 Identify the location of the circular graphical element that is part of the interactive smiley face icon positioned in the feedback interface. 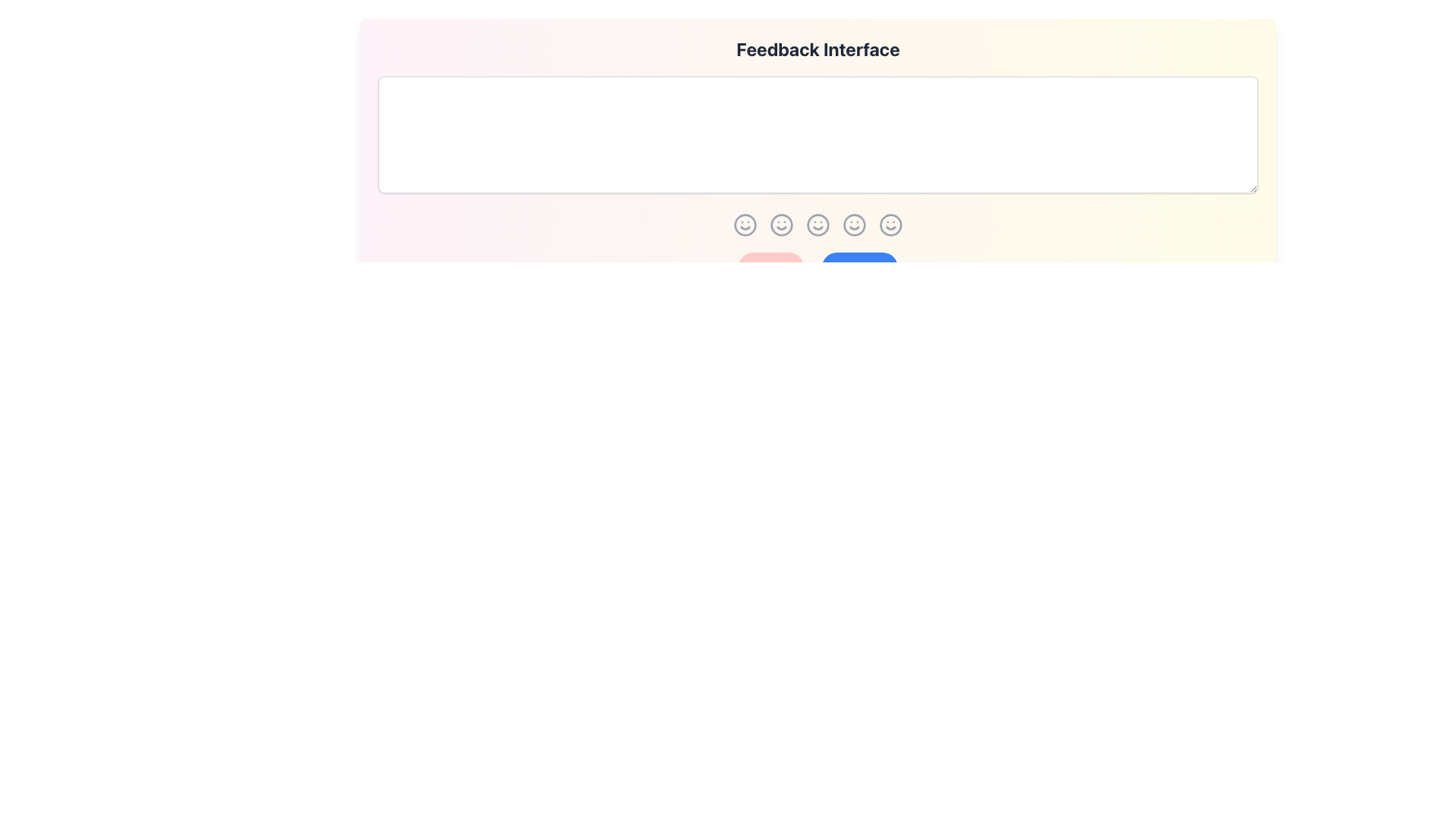
(782, 225).